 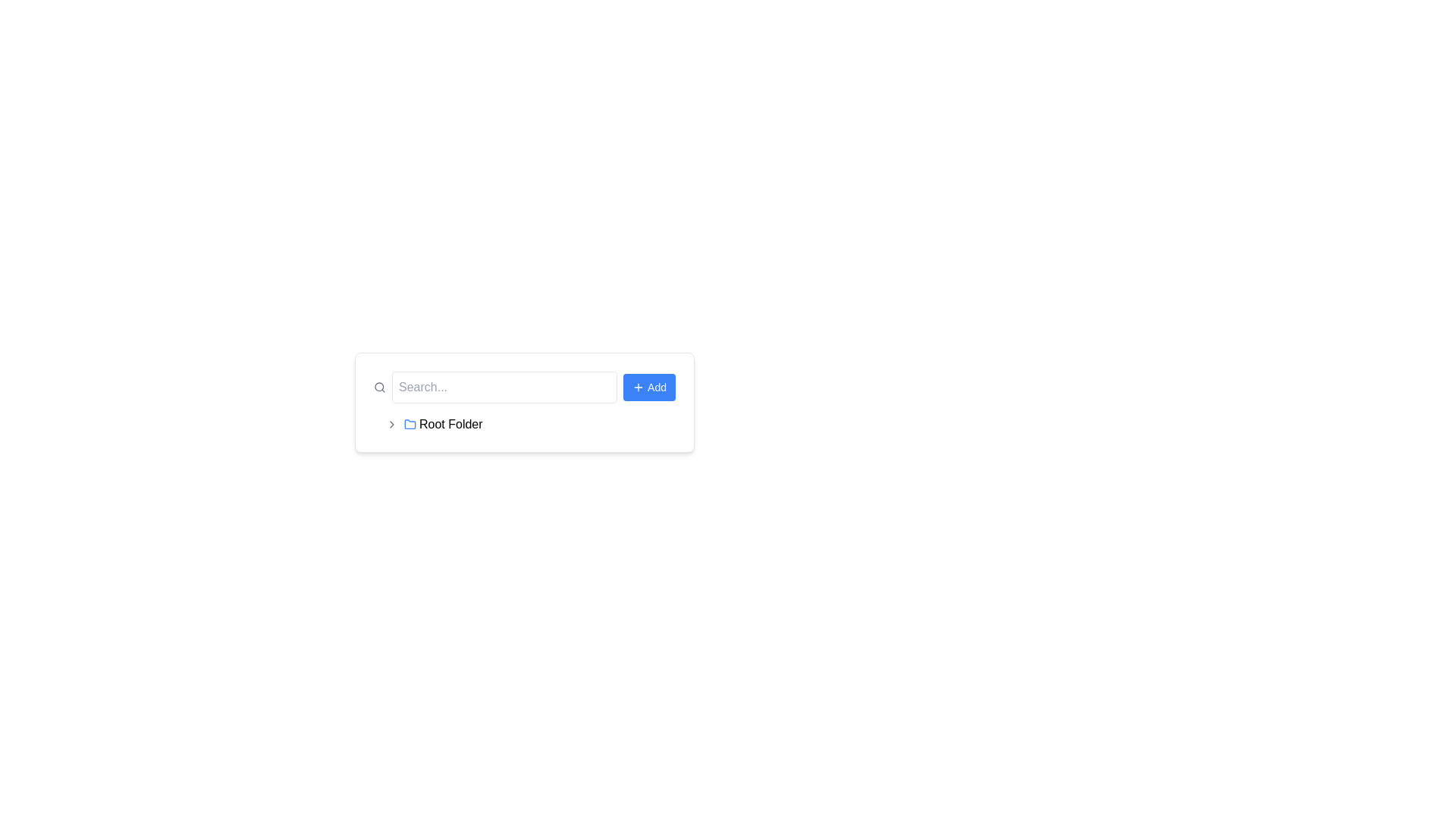 What do you see at coordinates (639, 386) in the screenshot?
I see `the SVG icon representing the addition functionality located on the left side of the 'Add' button, which is positioned to the right of the search bar` at bounding box center [639, 386].